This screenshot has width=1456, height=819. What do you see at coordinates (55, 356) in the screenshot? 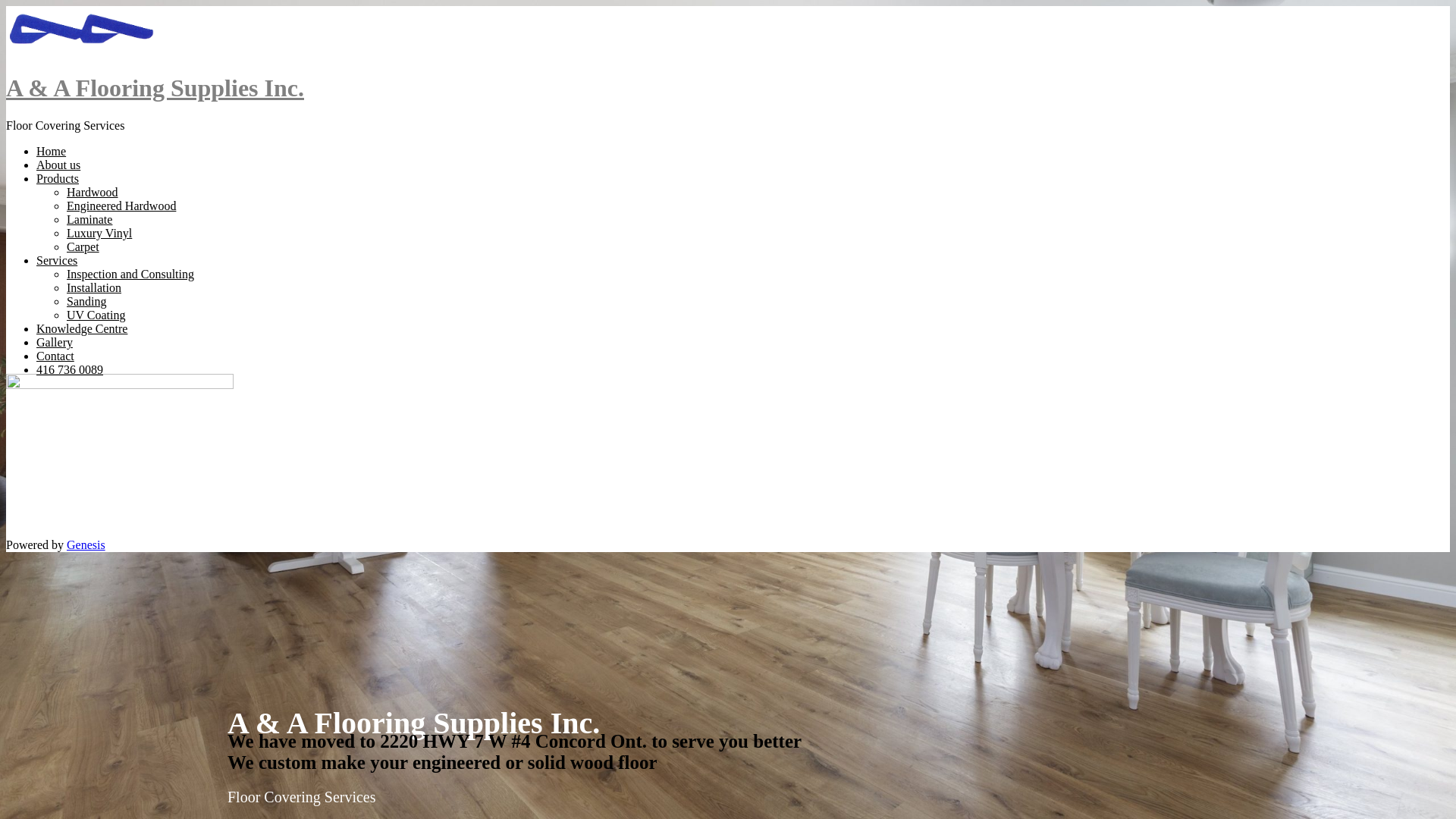
I see `'Contact'` at bounding box center [55, 356].